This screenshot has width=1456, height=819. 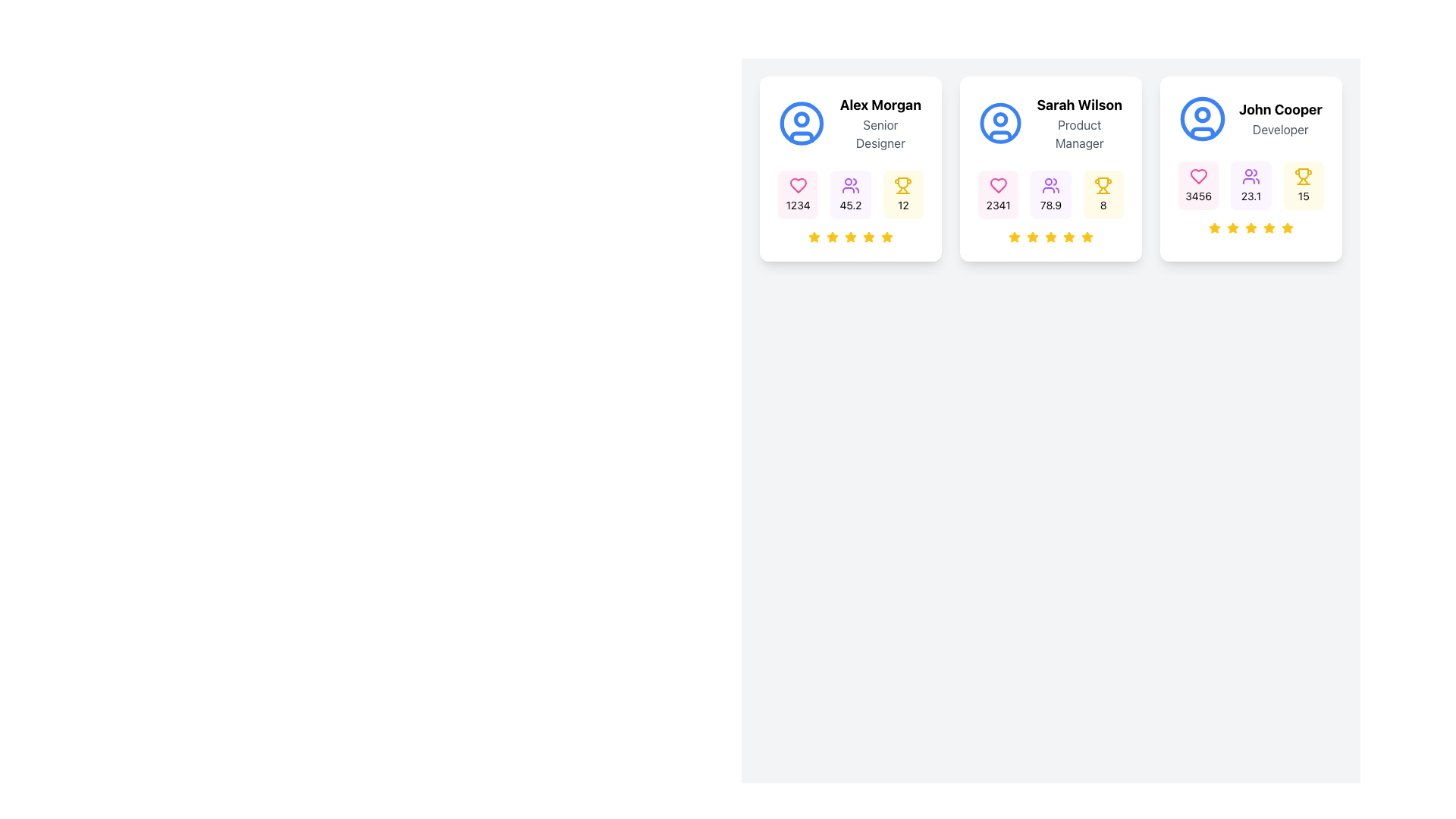 What do you see at coordinates (1303, 175) in the screenshot?
I see `the trophy icon in the lower section of John Cooper's profile card, which signifies achievement metrics and is positioned above the numeric value '15'` at bounding box center [1303, 175].